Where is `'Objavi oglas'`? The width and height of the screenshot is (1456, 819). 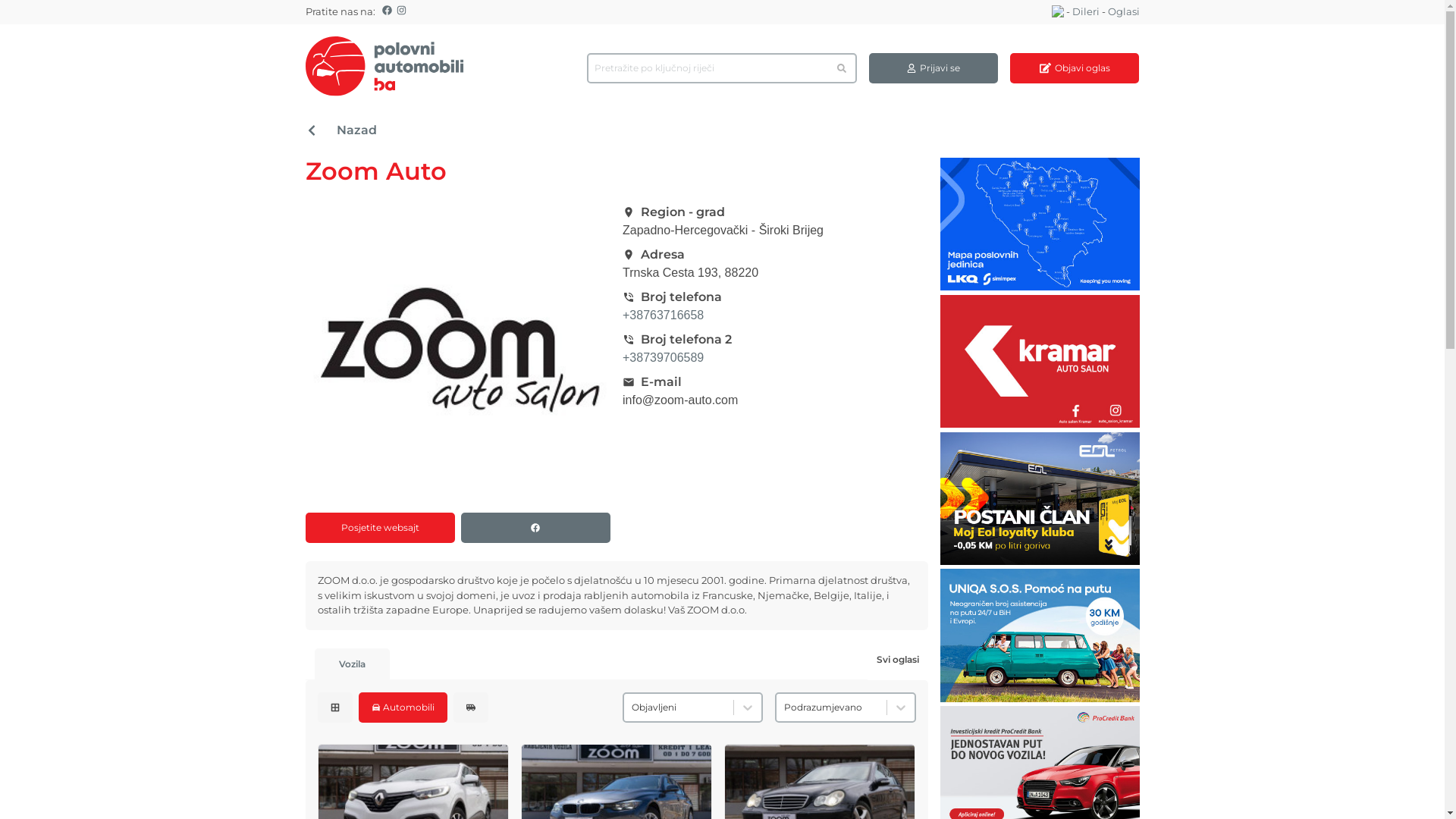
'Objavi oglas' is located at coordinates (1009, 67).